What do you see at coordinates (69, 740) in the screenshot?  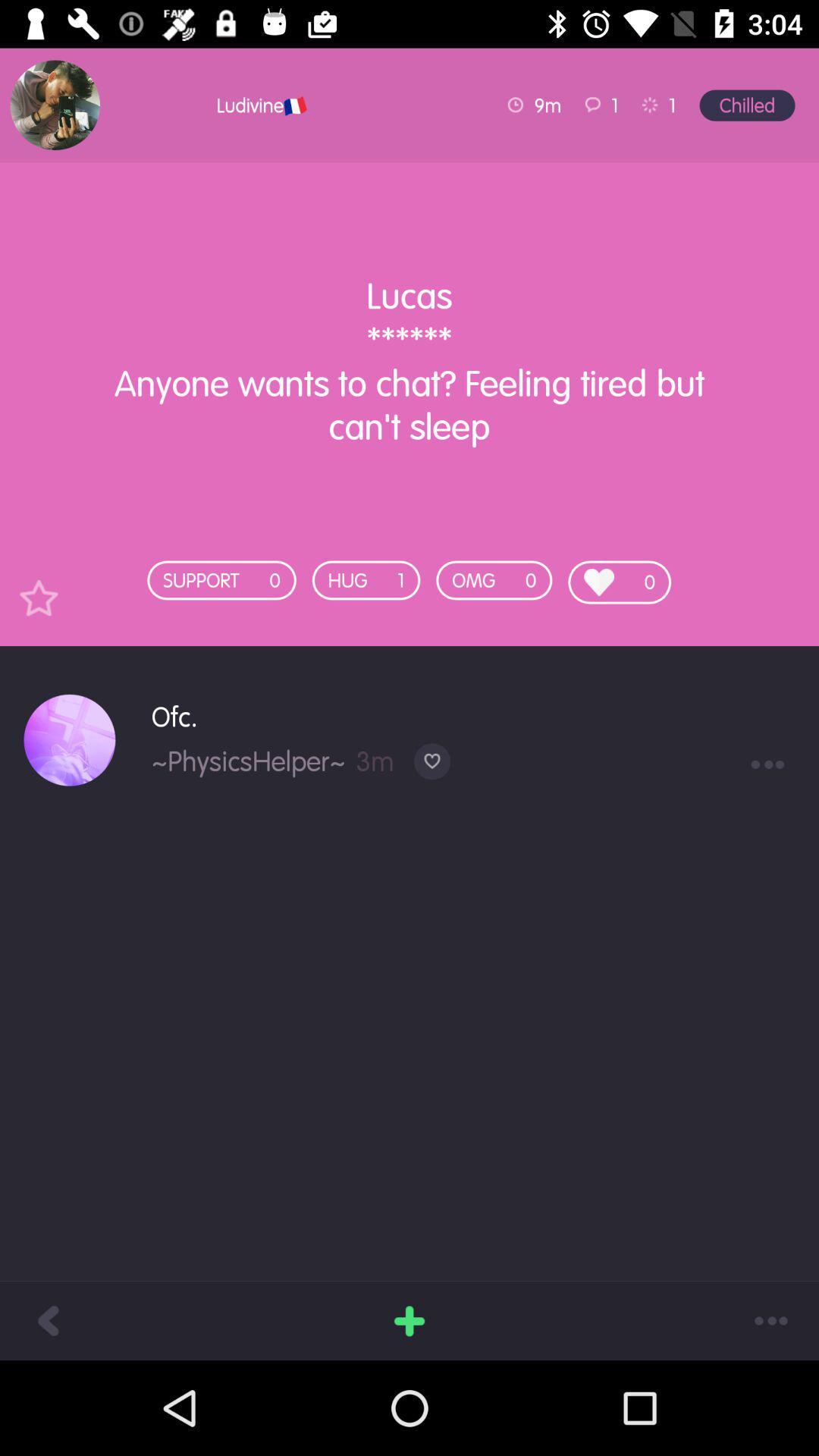 I see `icon next to ofc. icon` at bounding box center [69, 740].